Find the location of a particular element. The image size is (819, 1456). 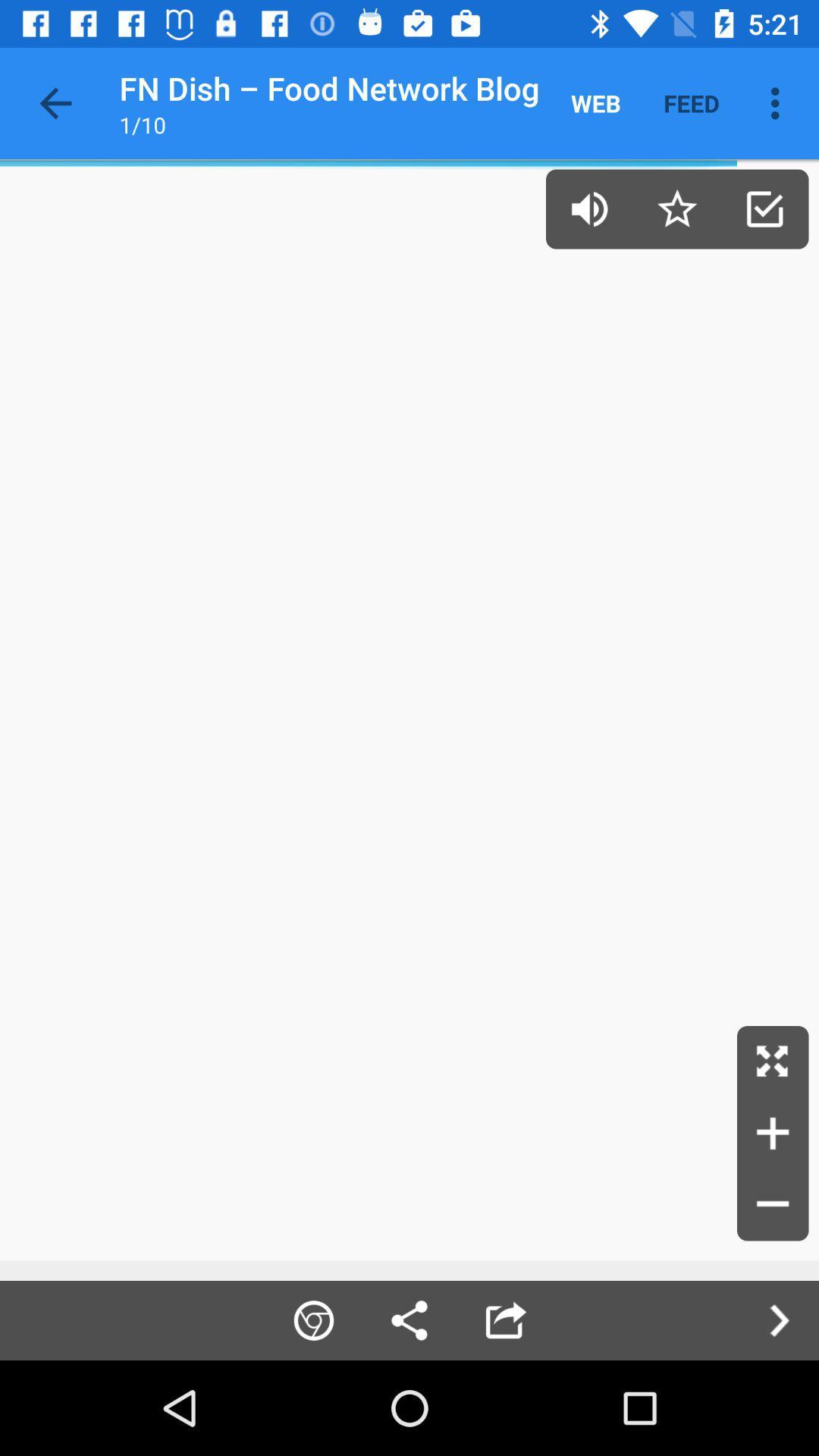

the star icon is located at coordinates (676, 208).